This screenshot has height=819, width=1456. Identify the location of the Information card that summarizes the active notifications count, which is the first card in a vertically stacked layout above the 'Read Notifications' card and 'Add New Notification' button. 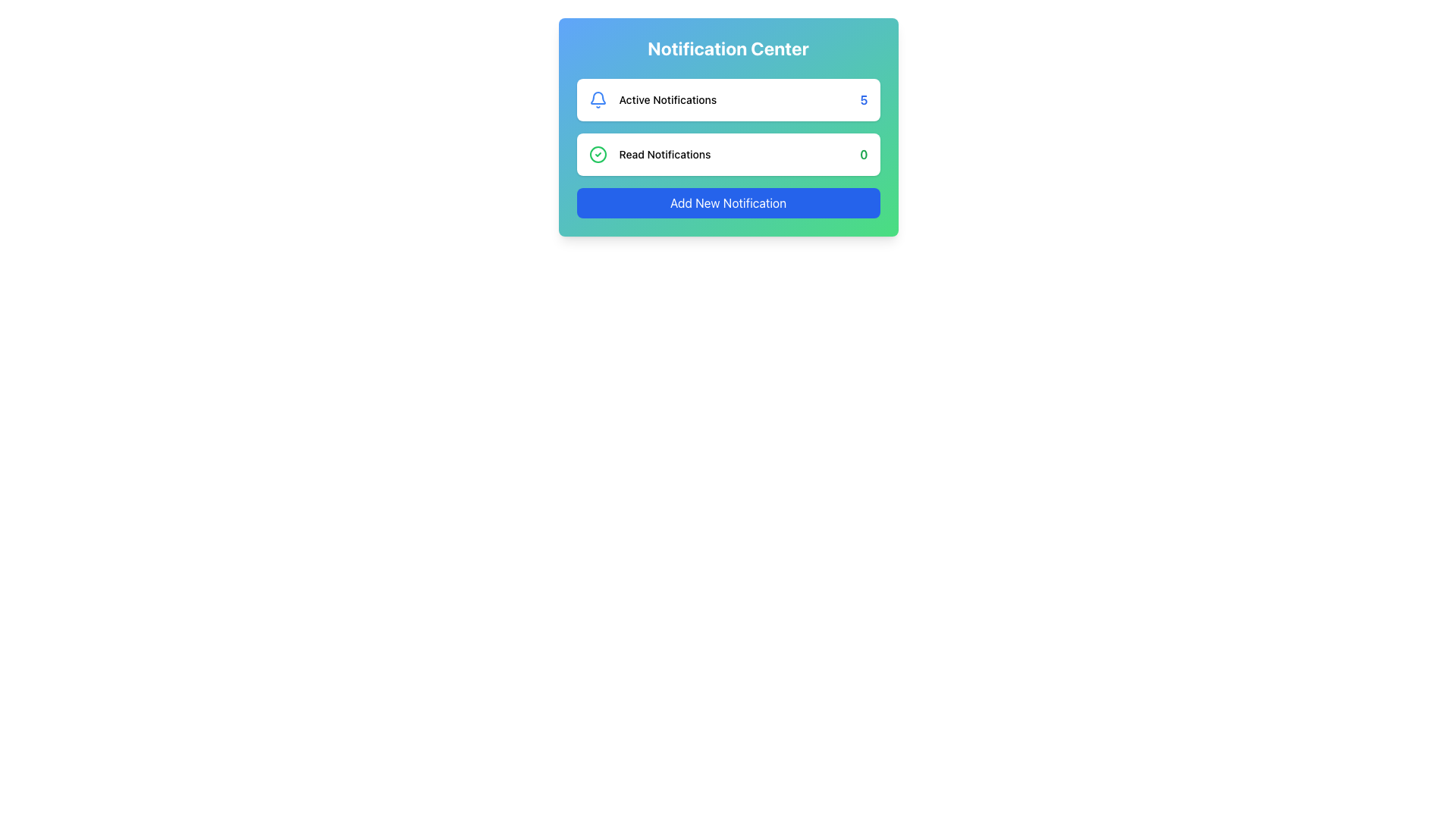
(728, 99).